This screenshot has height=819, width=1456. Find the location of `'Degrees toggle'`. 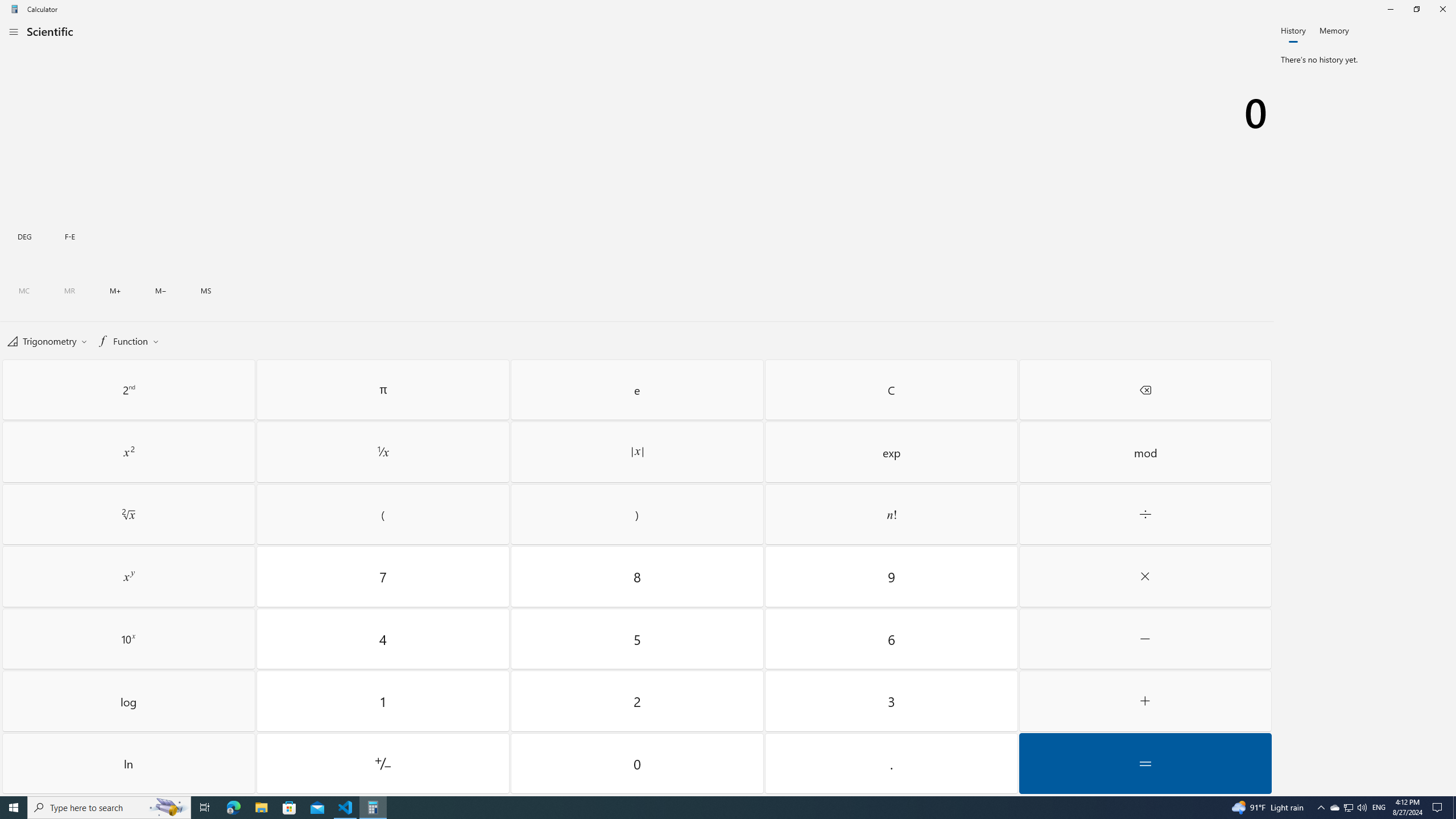

'Degrees toggle' is located at coordinates (24, 235).